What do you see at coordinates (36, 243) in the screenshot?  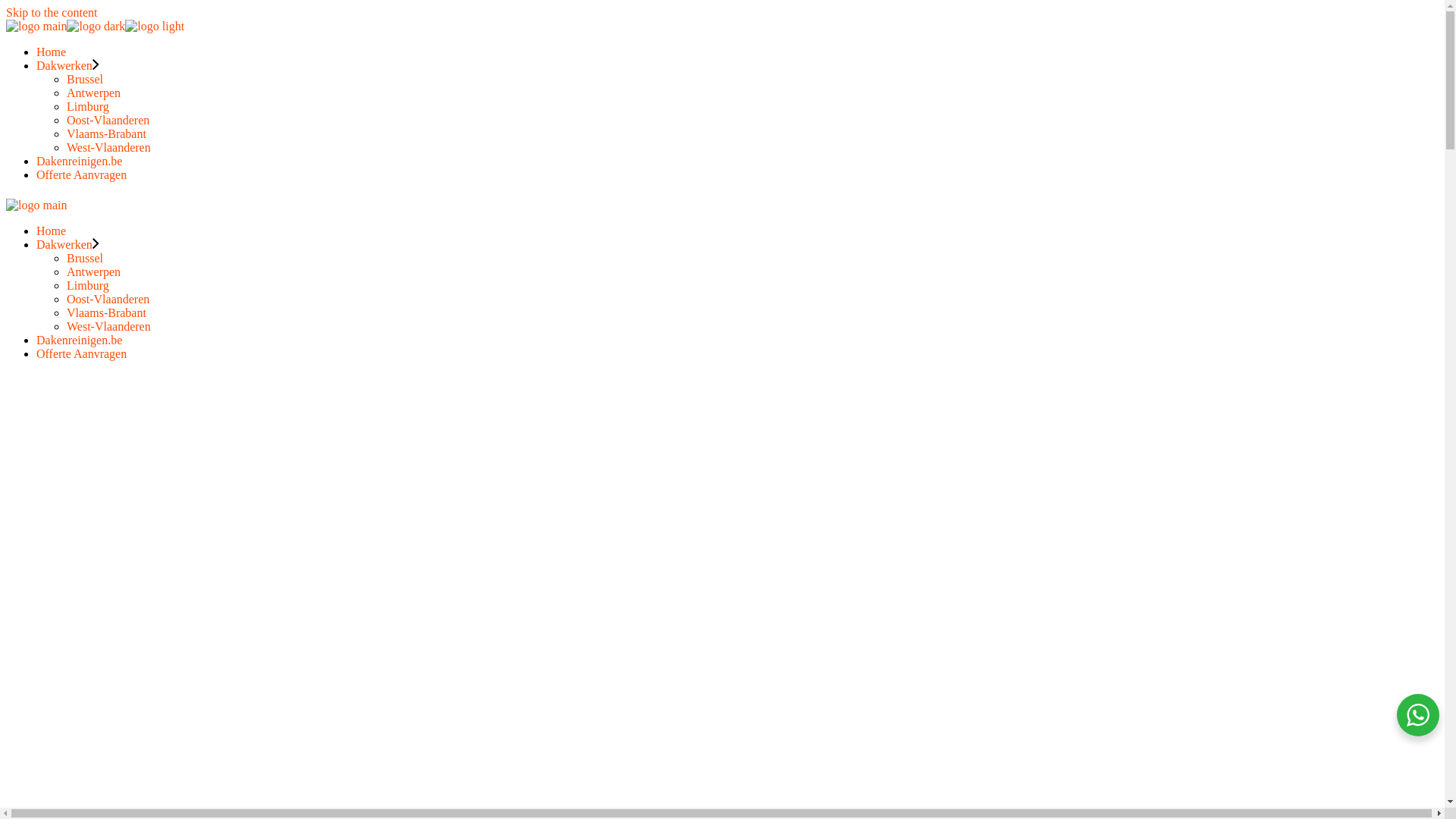 I see `'Dakwerken'` at bounding box center [36, 243].